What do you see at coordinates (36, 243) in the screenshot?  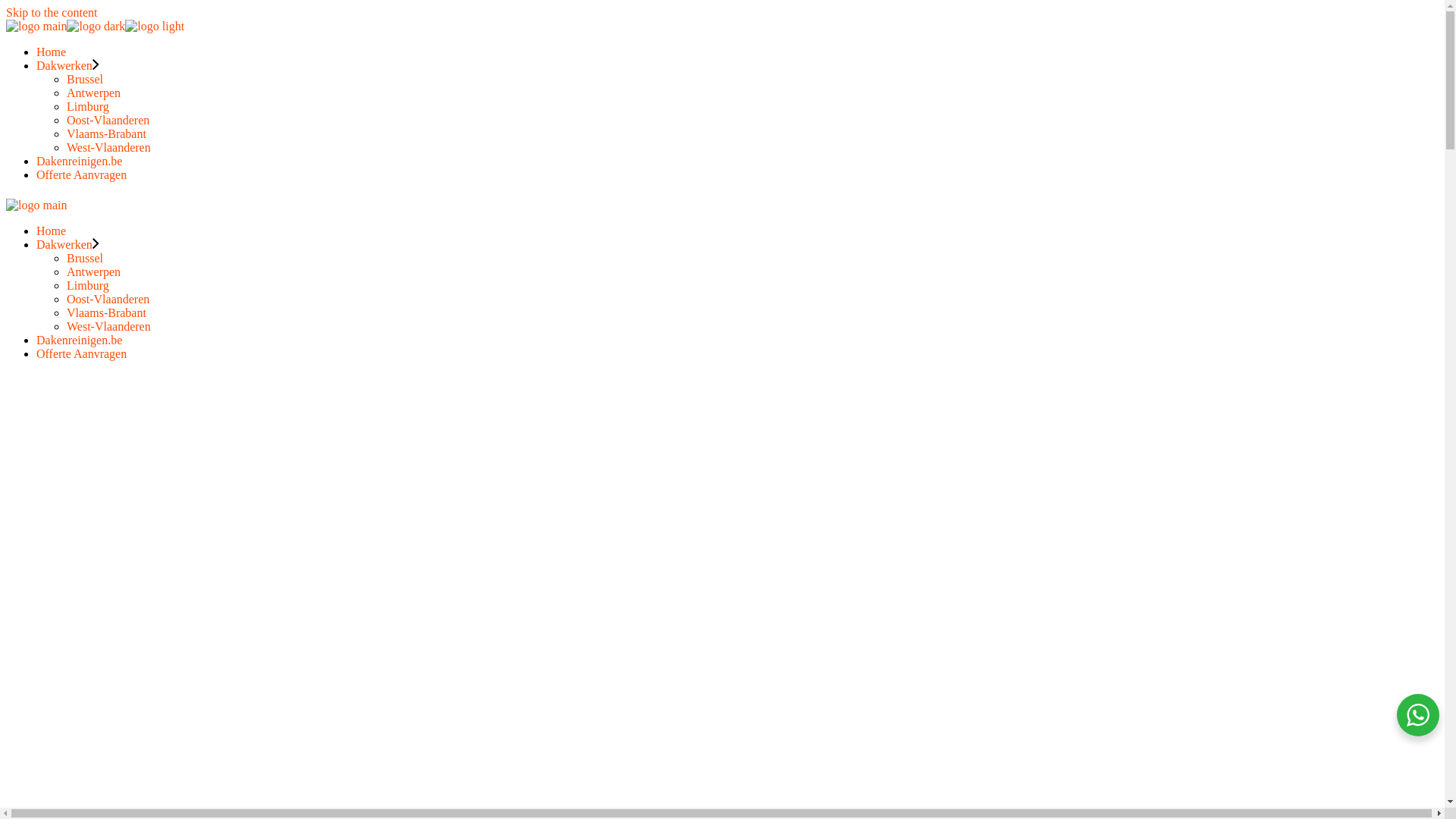 I see `'Dakwerken'` at bounding box center [36, 243].